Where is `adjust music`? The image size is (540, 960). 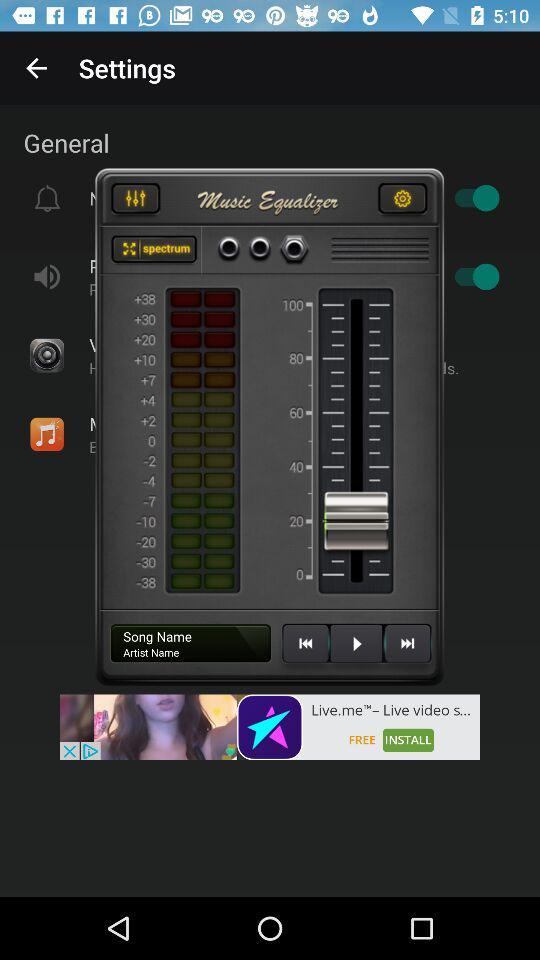
adjust music is located at coordinates (135, 201).